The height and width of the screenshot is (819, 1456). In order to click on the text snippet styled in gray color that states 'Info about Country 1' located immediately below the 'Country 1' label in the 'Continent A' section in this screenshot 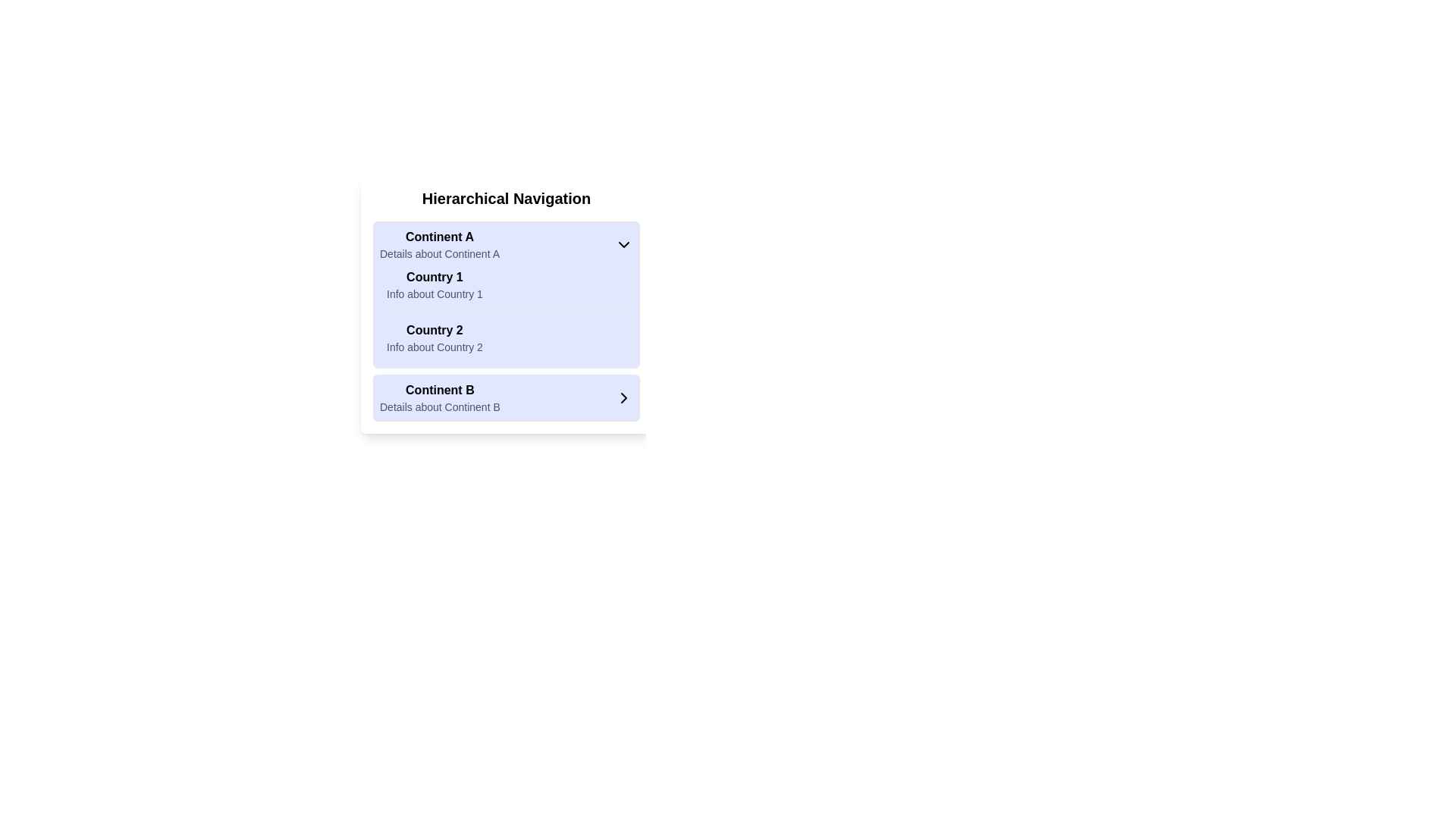, I will do `click(434, 294)`.